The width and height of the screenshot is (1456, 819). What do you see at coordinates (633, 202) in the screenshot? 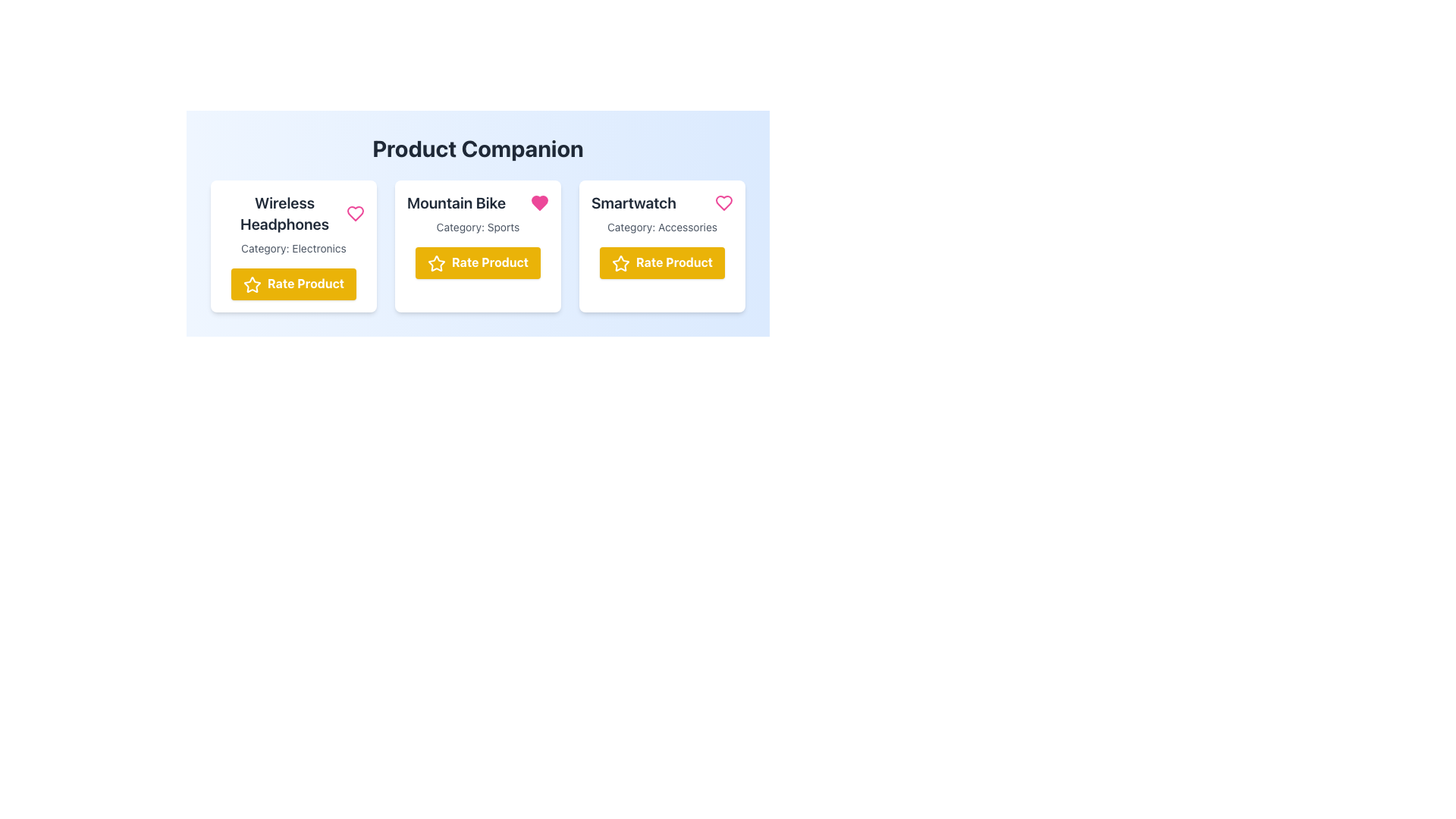
I see `text label that serves as the title for the product in the top section of the rightmost card in a horizontally aligned list` at bounding box center [633, 202].